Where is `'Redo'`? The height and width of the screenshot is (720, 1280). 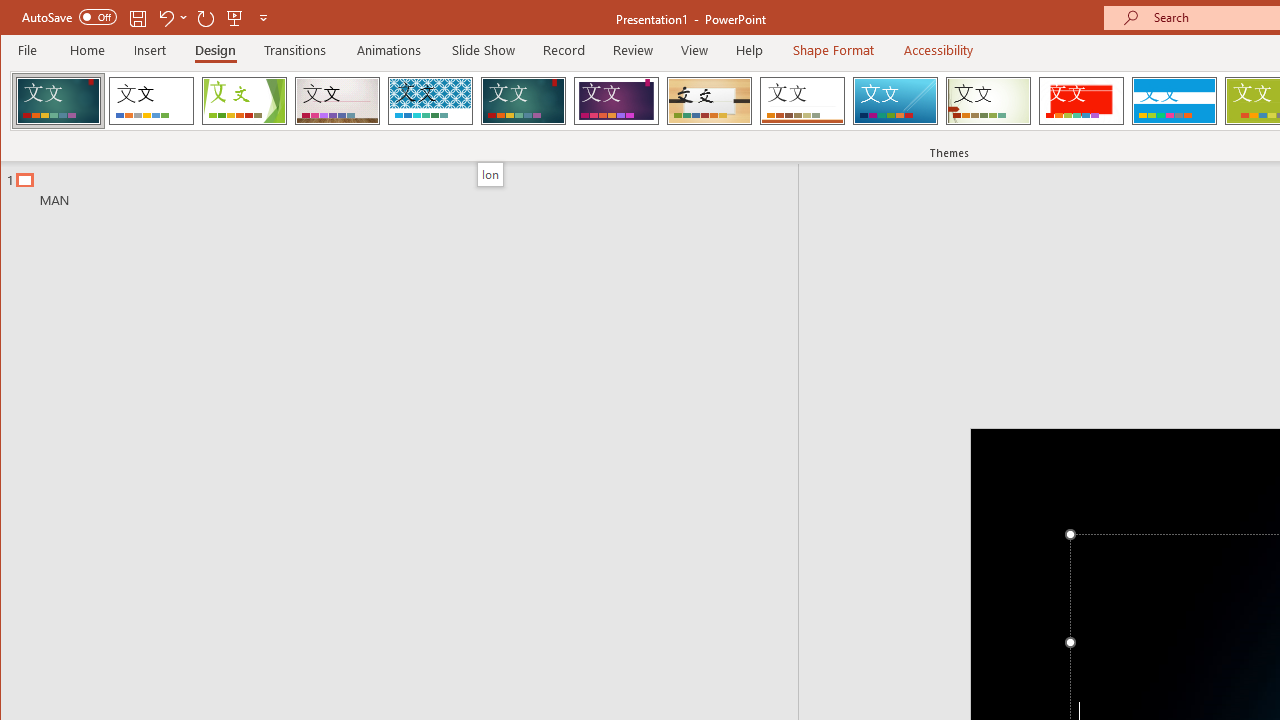
'Redo' is located at coordinates (206, 17).